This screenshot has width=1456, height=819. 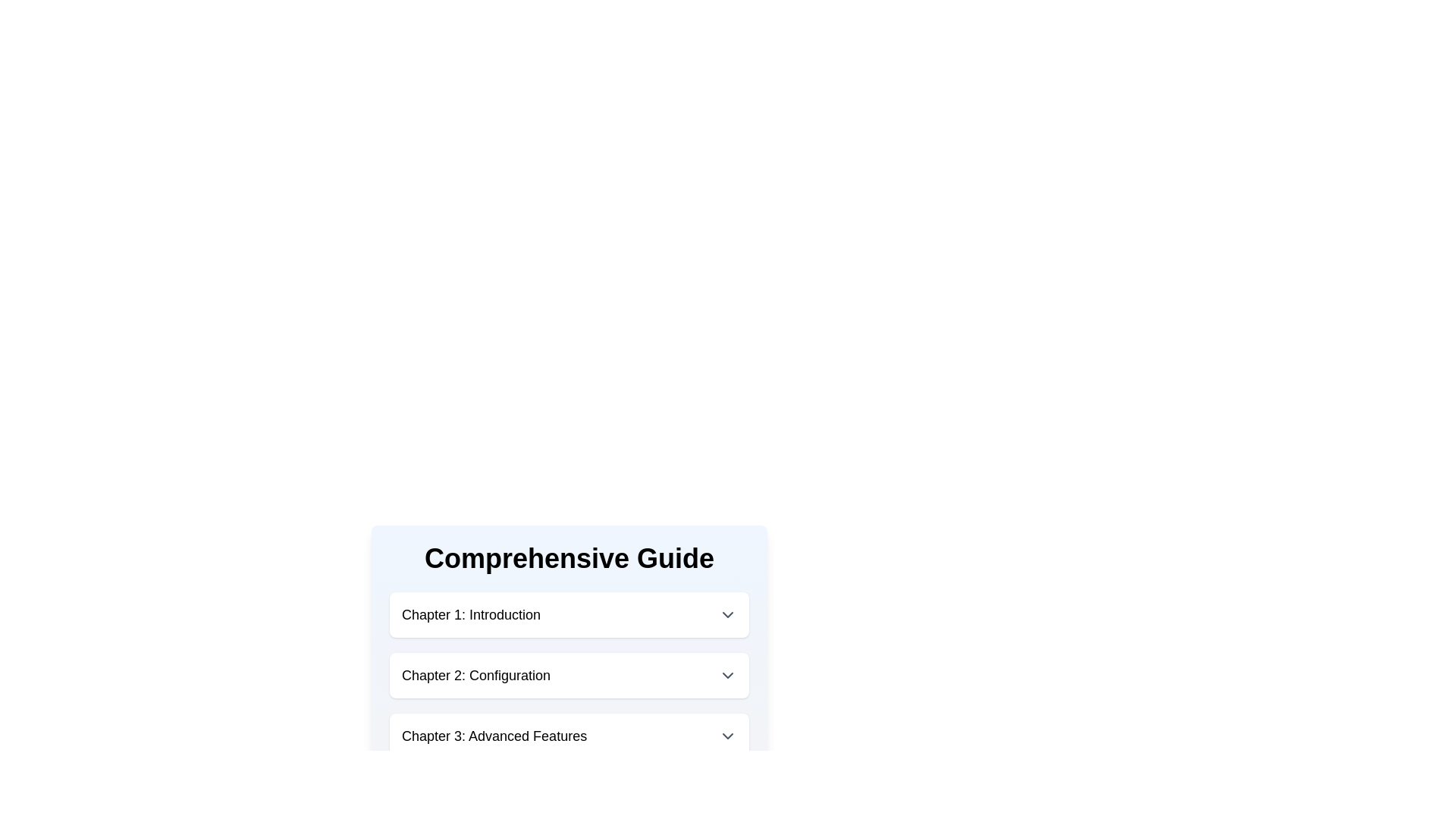 What do you see at coordinates (568, 675) in the screenshot?
I see `the dropdown button for 'Chapter 2: Configuration'` at bounding box center [568, 675].